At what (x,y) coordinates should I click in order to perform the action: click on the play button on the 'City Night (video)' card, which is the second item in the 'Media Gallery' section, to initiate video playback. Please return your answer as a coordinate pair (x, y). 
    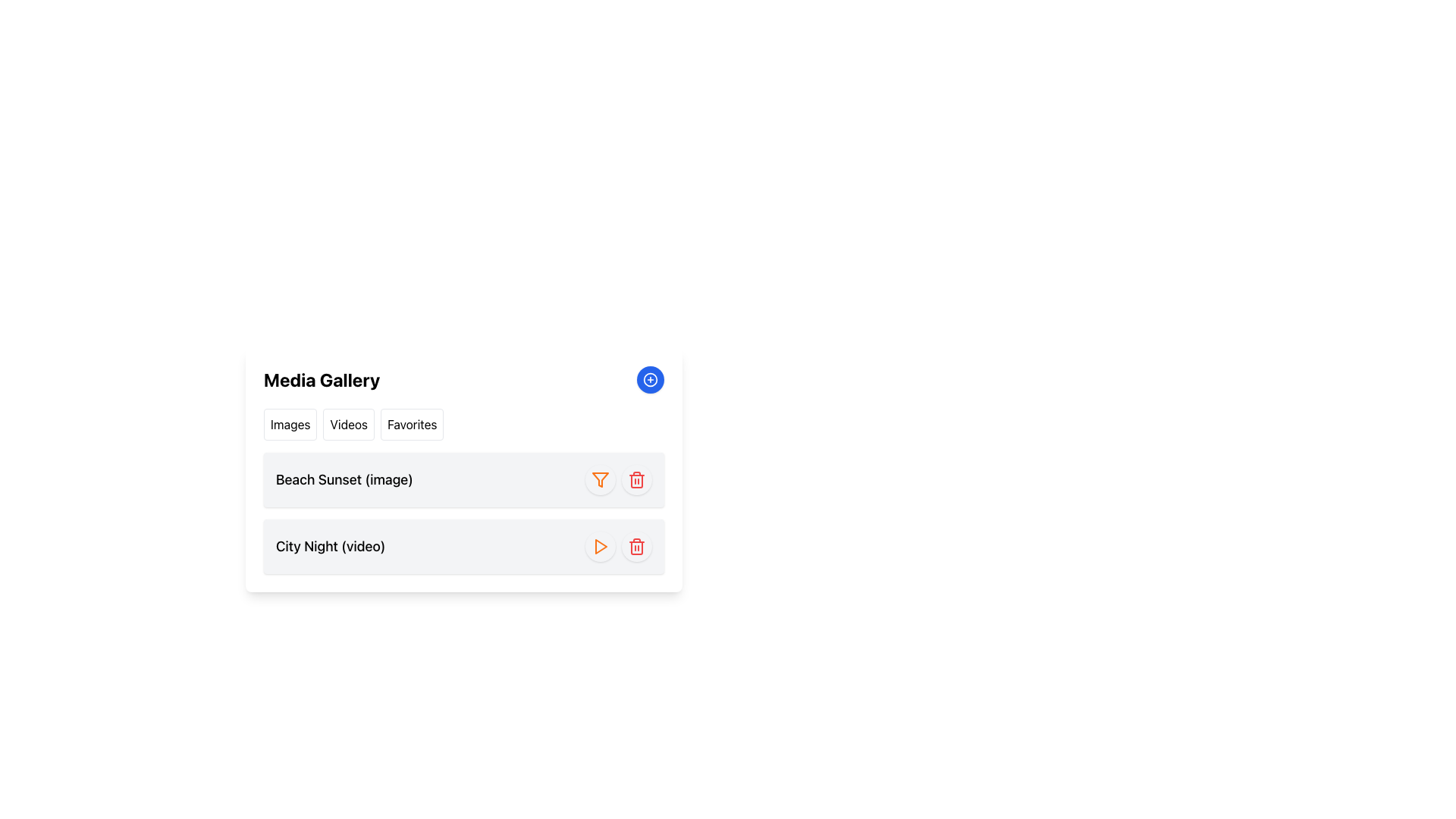
    Looking at the image, I should click on (463, 547).